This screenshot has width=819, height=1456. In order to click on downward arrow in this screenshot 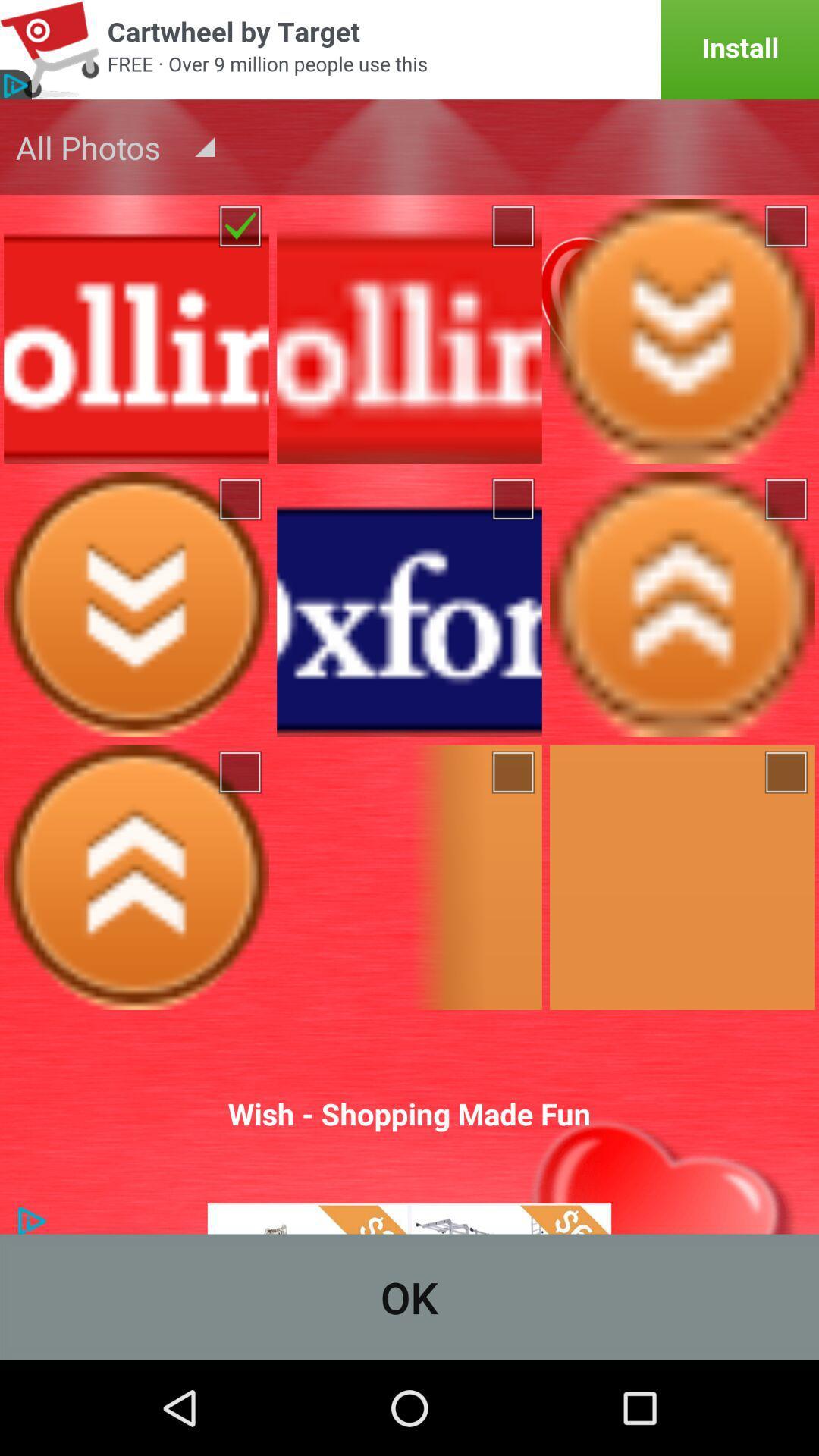, I will do `click(681, 331)`.